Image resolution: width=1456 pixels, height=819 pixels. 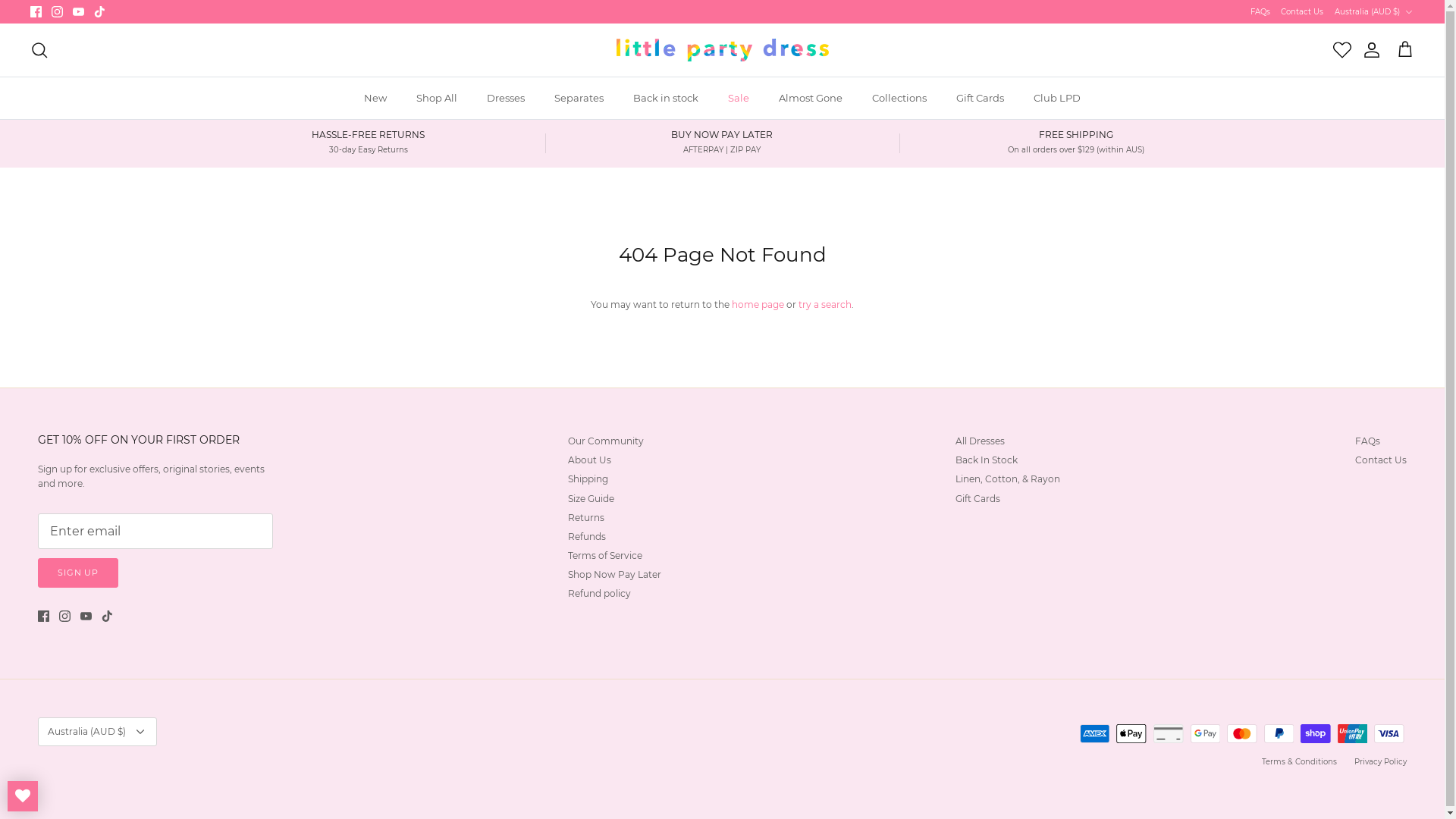 I want to click on 'SIGN UP', so click(x=37, y=573).